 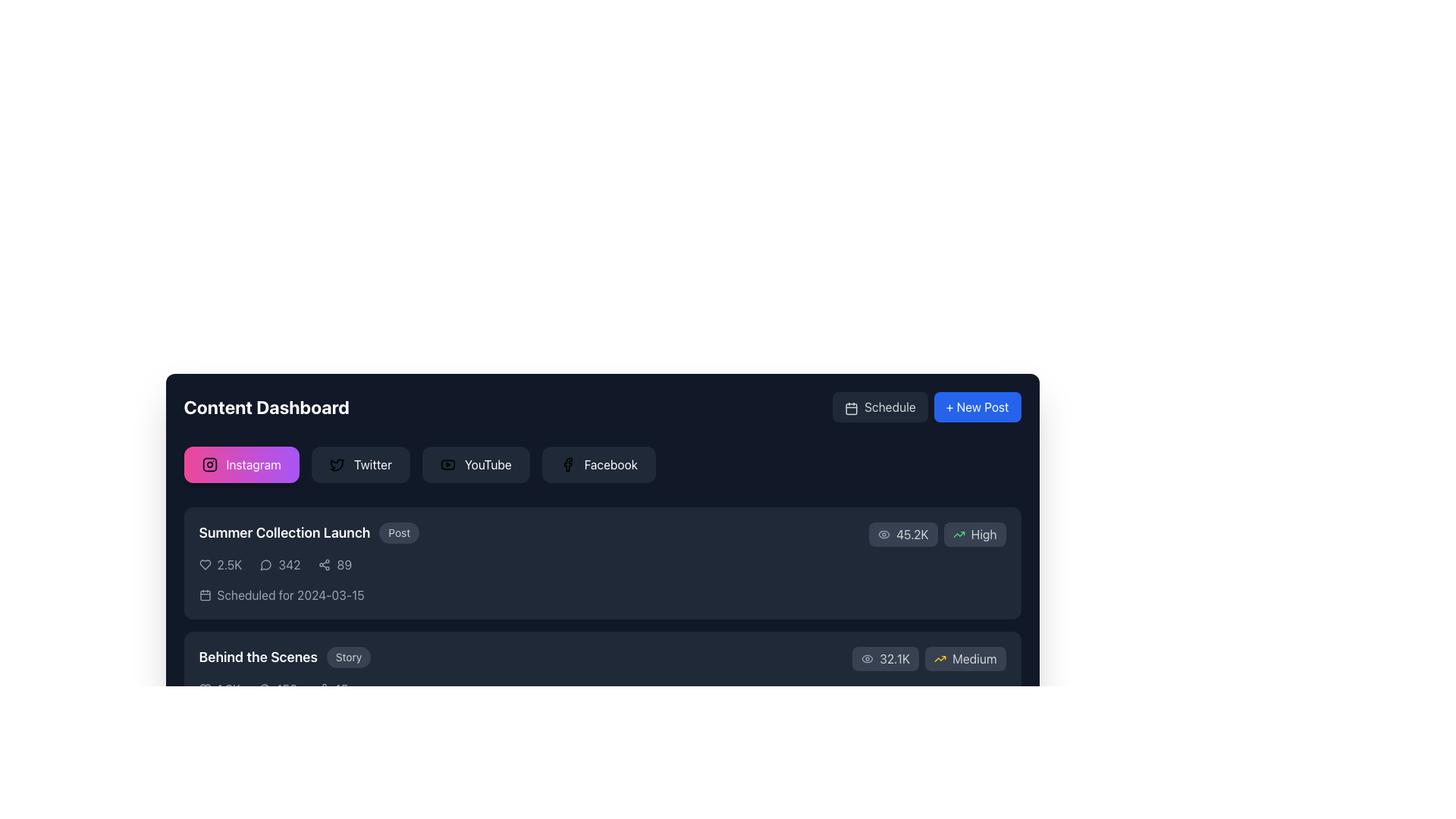 What do you see at coordinates (601, 672) in the screenshot?
I see `the 'Medium' importance level within the Summary card row of the Content Dashboard to adjust its importance level` at bounding box center [601, 672].